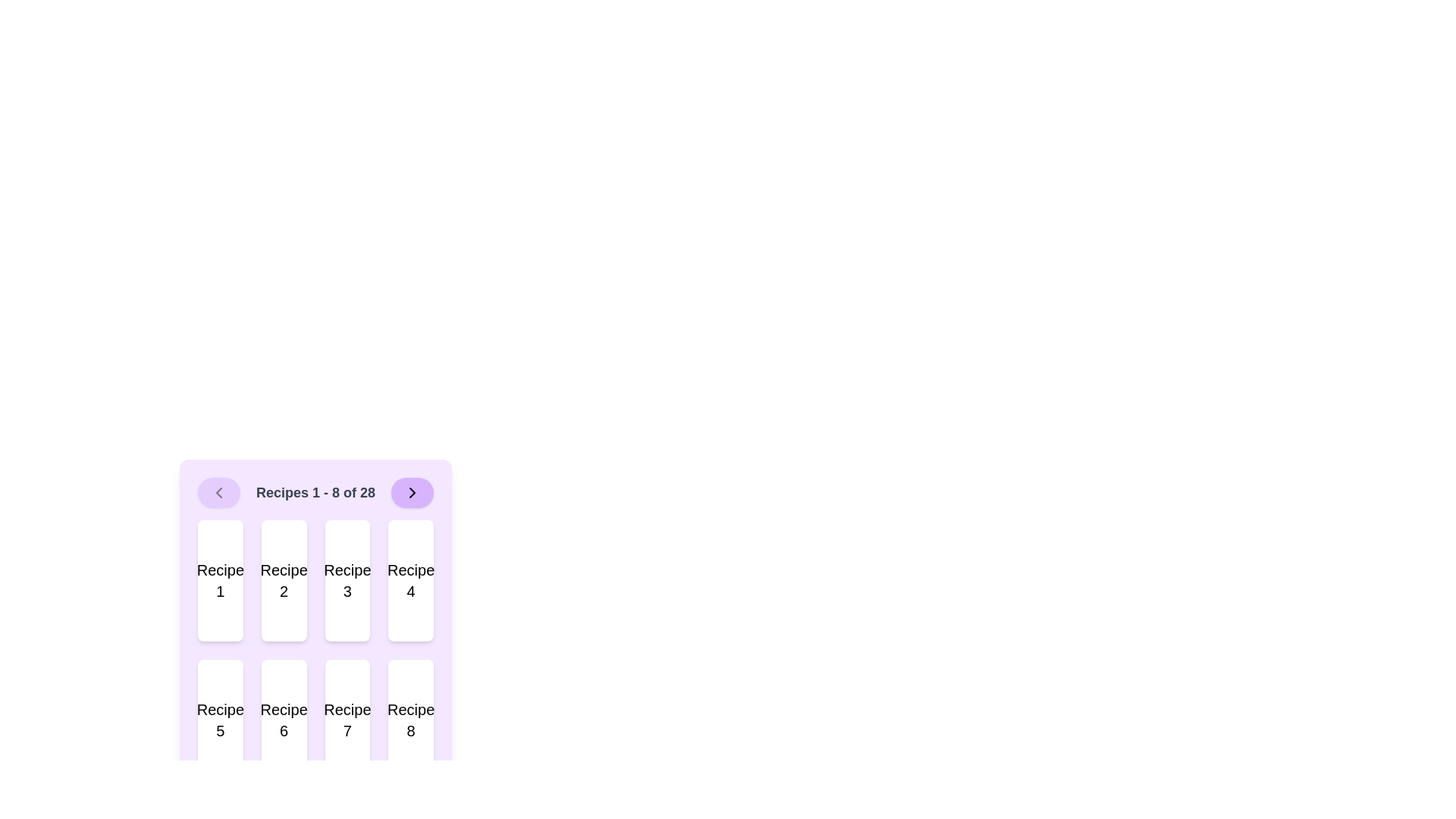 This screenshot has width=1456, height=819. What do you see at coordinates (284, 580) in the screenshot?
I see `the white rectangular box with rounded corners containing the text 'Recipe 2'` at bounding box center [284, 580].